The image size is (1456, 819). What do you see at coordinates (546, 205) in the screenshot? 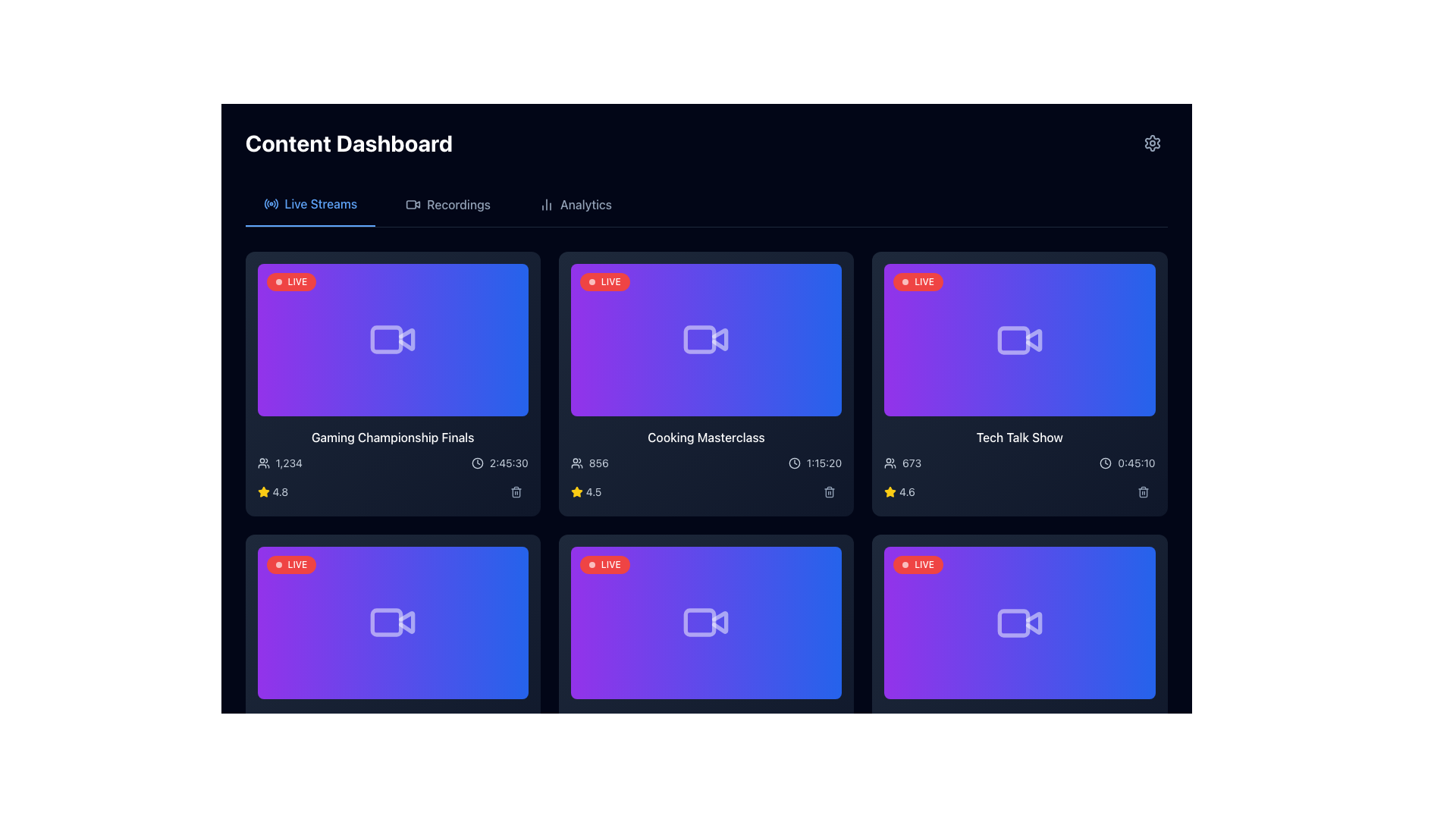
I see `the minimalist line design bar chart icon located in the 'Analytics' menu item in the top navigation bar` at bounding box center [546, 205].